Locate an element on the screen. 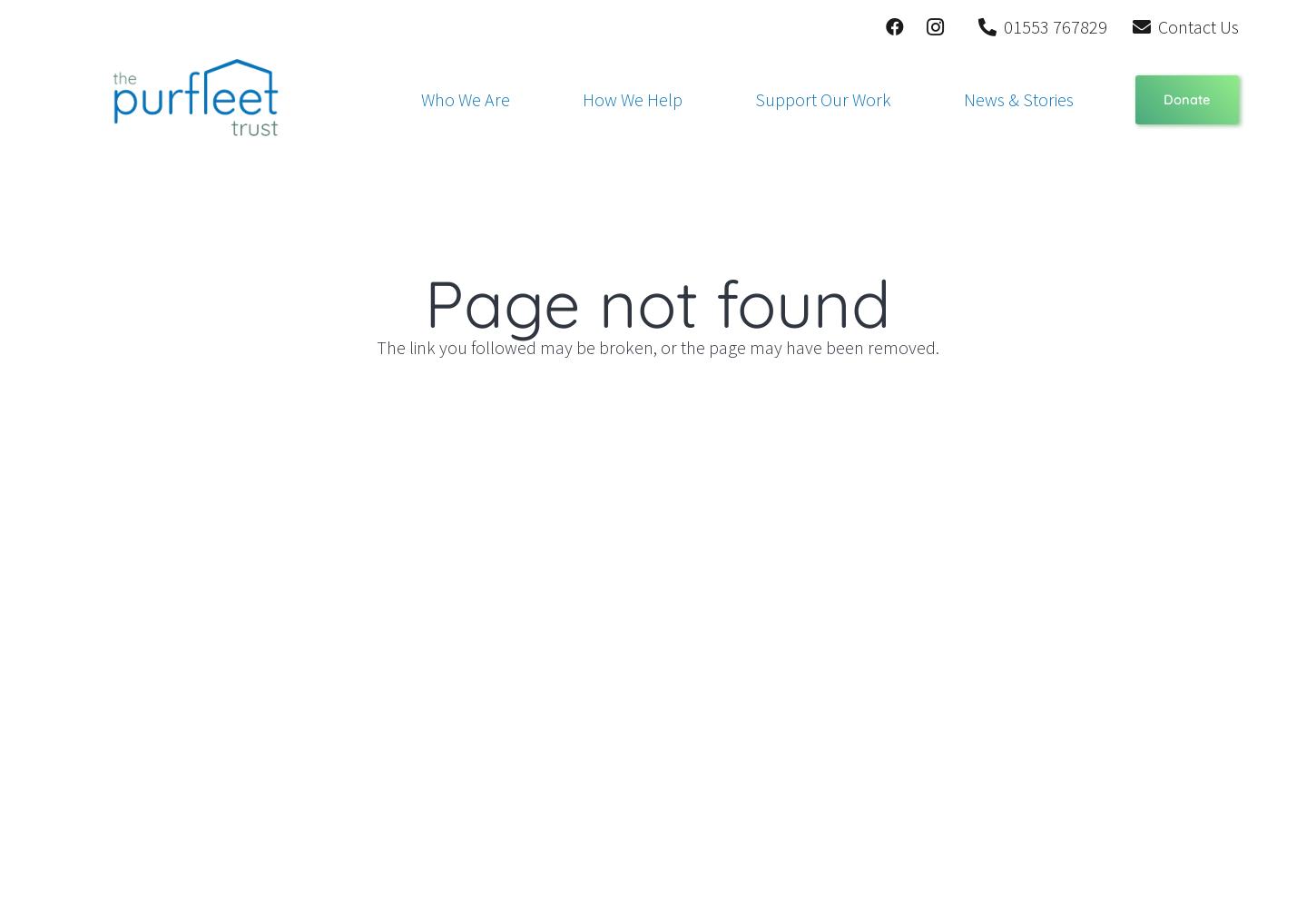 Image resolution: width=1316 pixels, height=908 pixels. 'Housing Support' is located at coordinates (872, 217).